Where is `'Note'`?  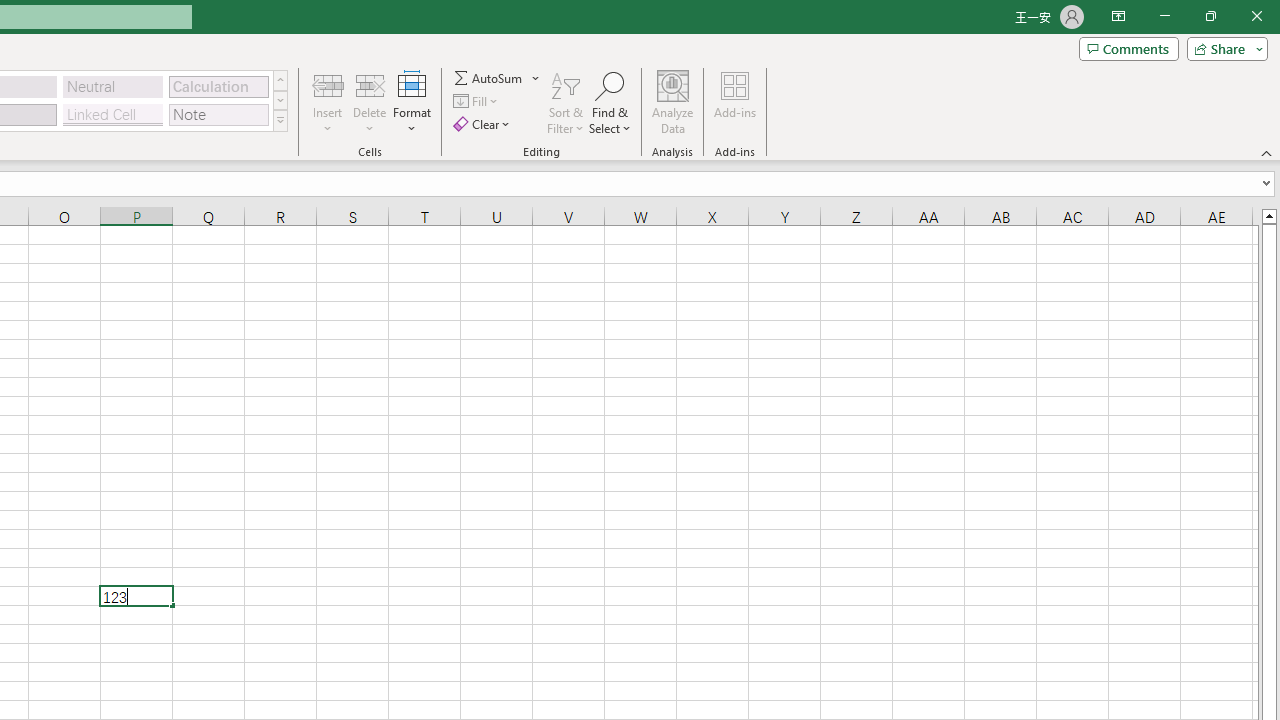 'Note' is located at coordinates (218, 114).